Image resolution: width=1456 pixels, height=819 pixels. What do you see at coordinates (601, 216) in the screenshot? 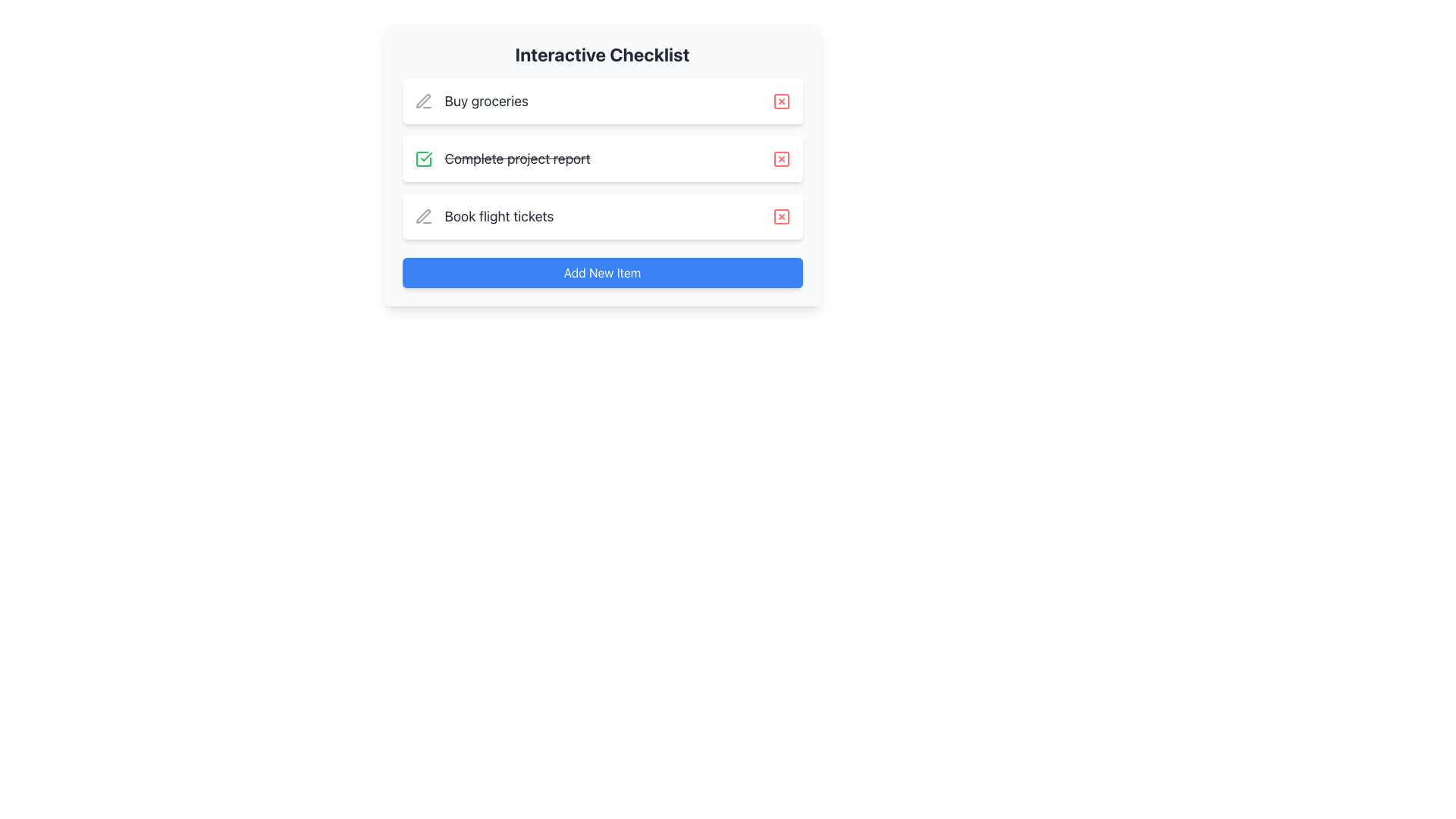
I see `the third item in the checklist, which is positioned at the bottom of the list` at bounding box center [601, 216].